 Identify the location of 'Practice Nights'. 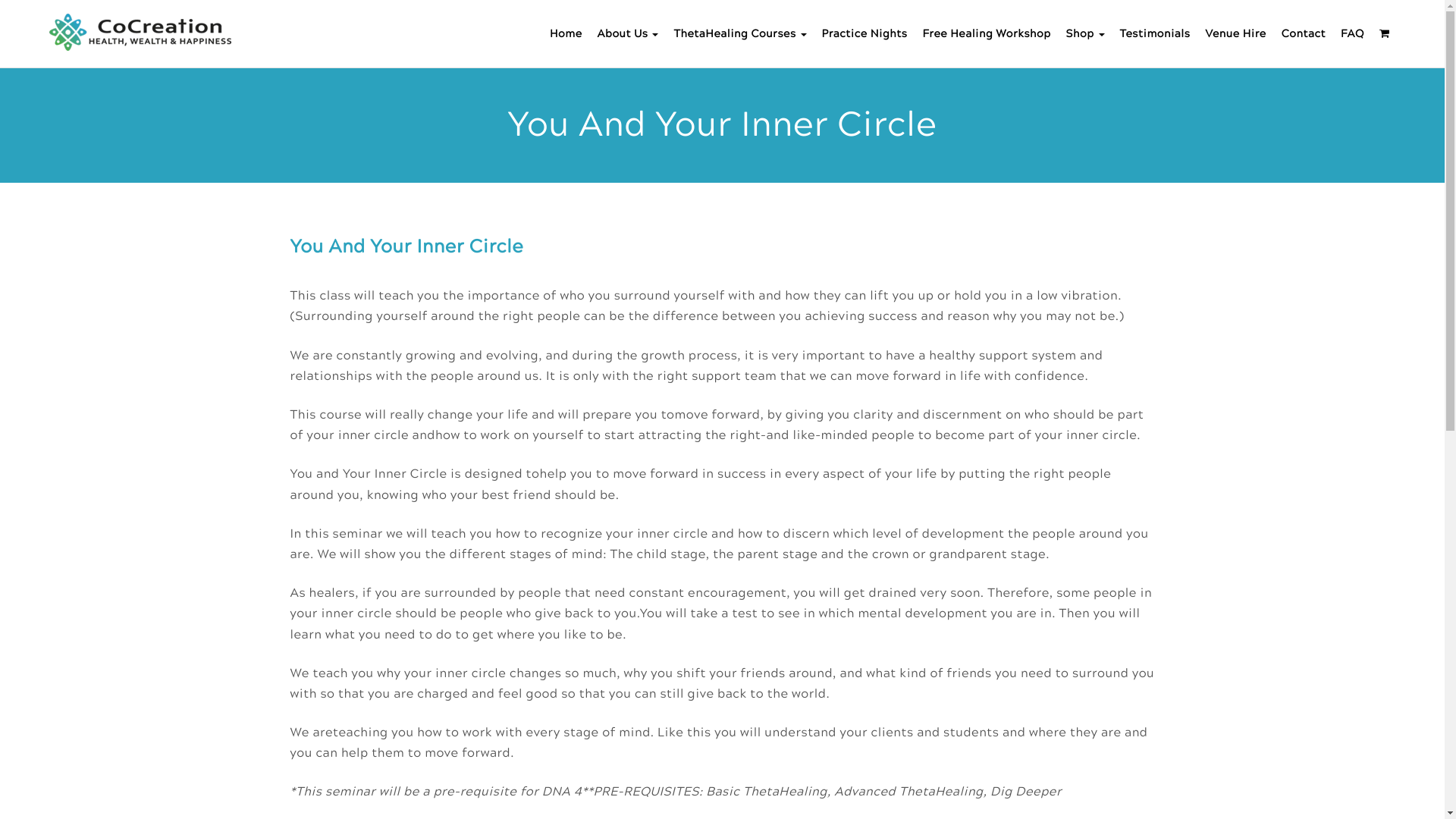
(864, 32).